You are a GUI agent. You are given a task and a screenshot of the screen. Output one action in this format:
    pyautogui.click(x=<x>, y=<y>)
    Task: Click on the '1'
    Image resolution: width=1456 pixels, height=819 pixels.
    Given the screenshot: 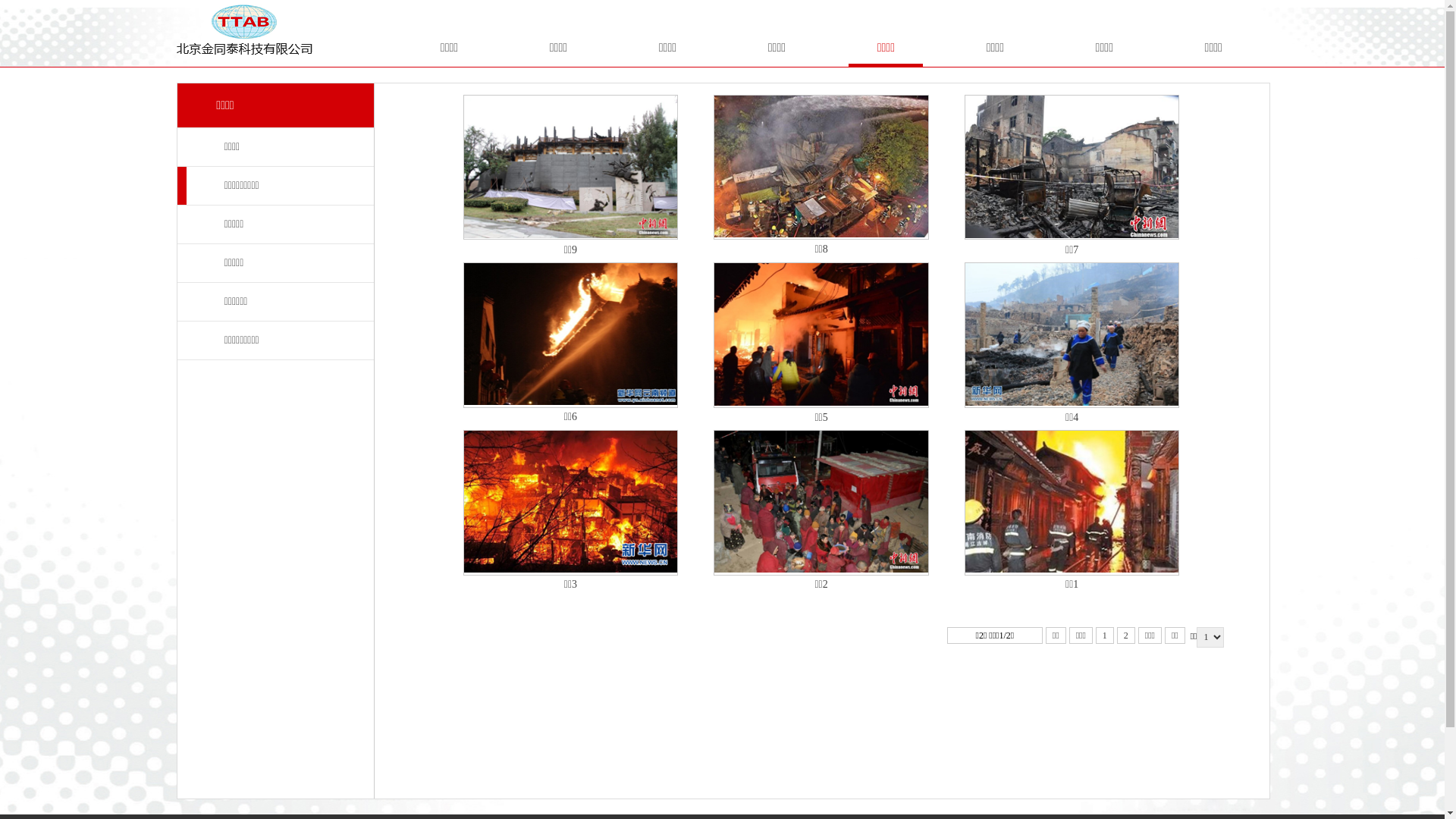 What is the action you would take?
    pyautogui.click(x=1105, y=635)
    